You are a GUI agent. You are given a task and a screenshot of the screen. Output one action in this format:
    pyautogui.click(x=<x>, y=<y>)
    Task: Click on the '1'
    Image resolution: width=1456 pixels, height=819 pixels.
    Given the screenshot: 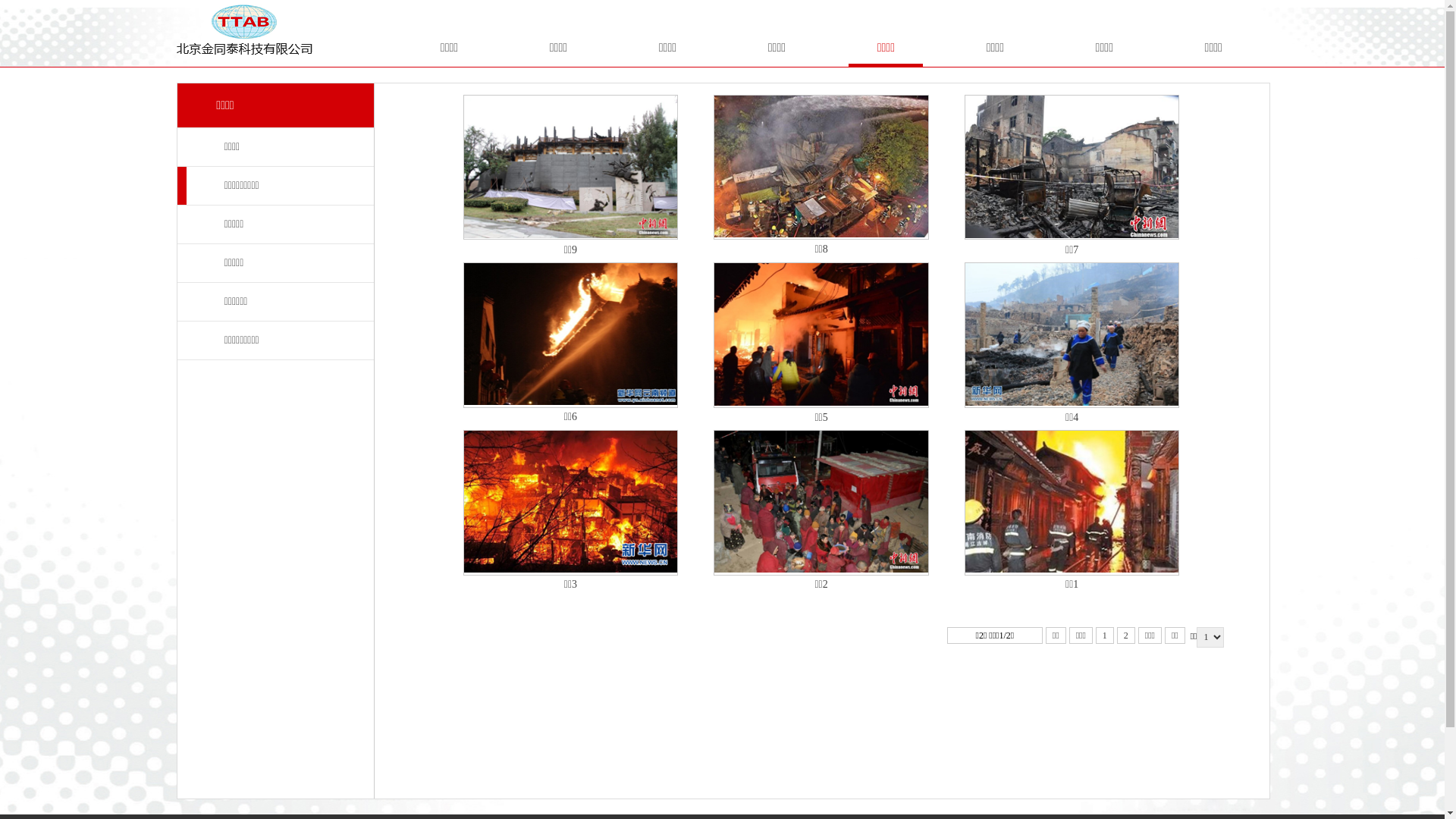 What is the action you would take?
    pyautogui.click(x=1105, y=635)
    